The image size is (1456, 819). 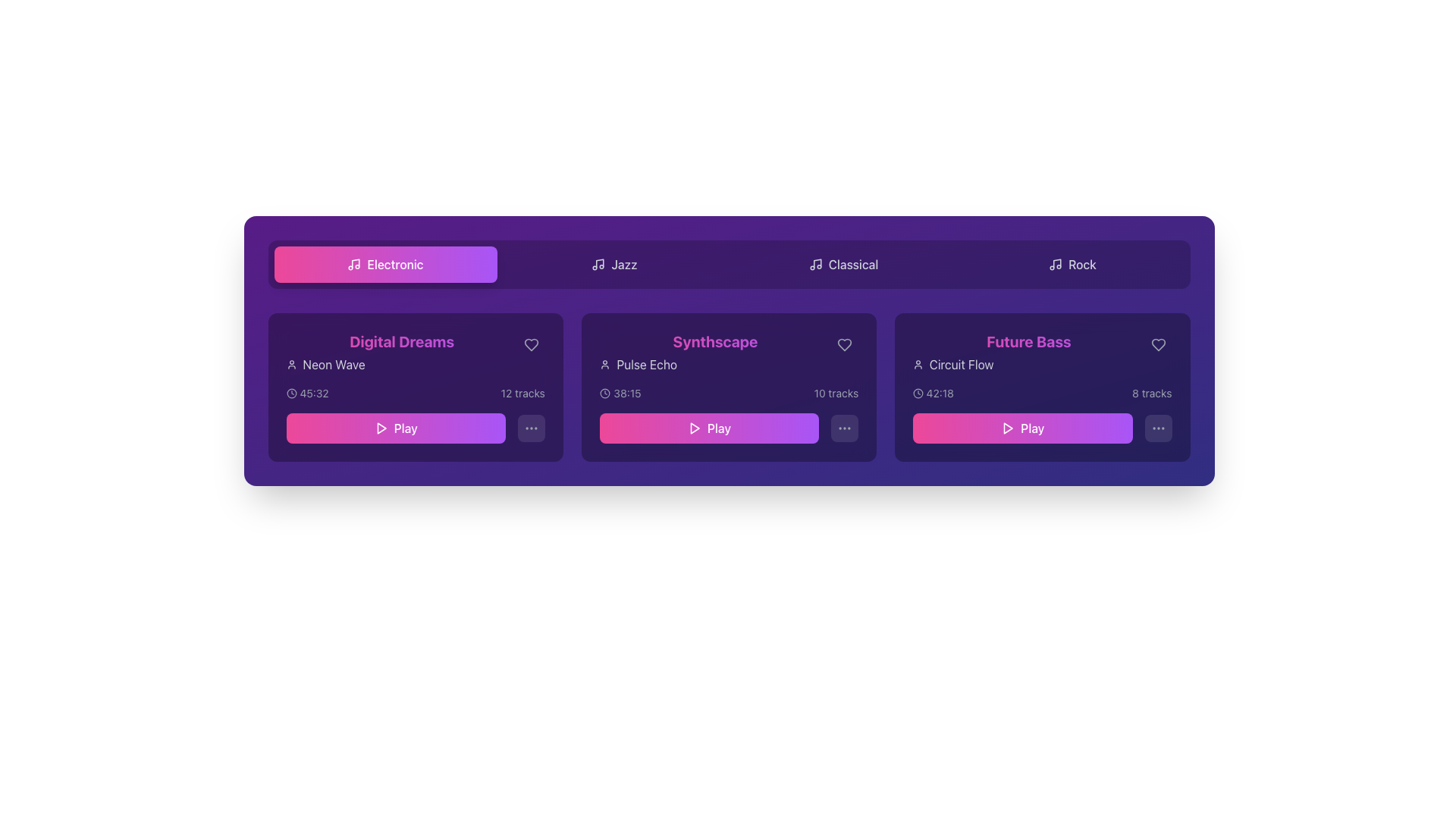 I want to click on the 'Rock' genre selection button containing the musical note icon, so click(x=1056, y=262).